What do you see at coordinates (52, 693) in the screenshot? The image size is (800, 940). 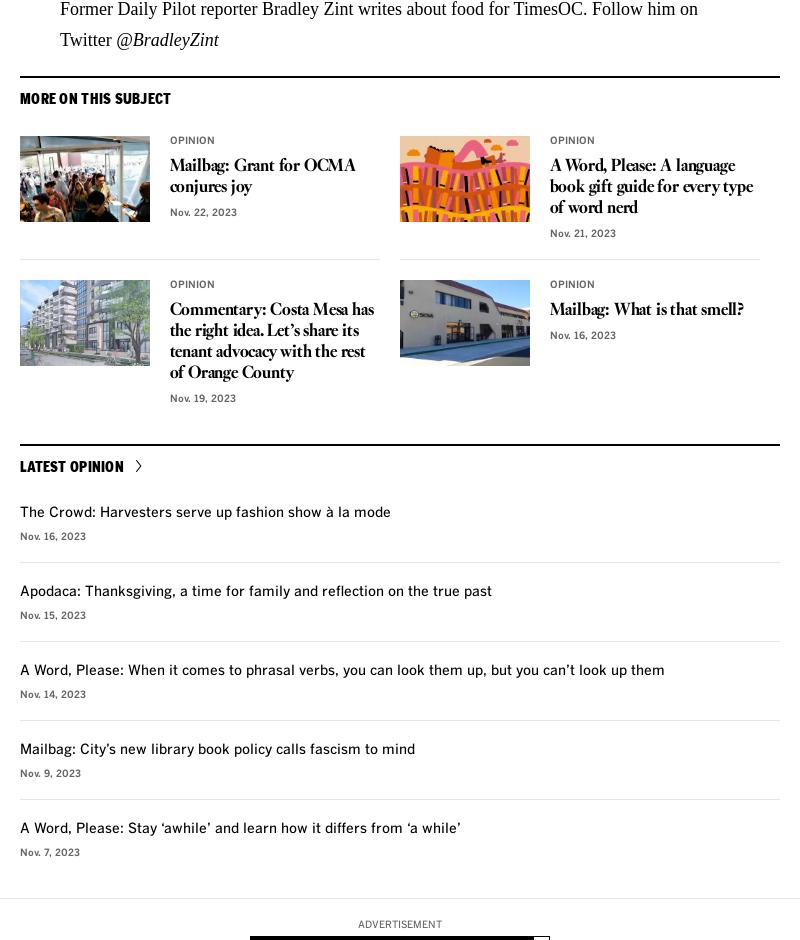 I see `'Nov. 14, 2023'` at bounding box center [52, 693].